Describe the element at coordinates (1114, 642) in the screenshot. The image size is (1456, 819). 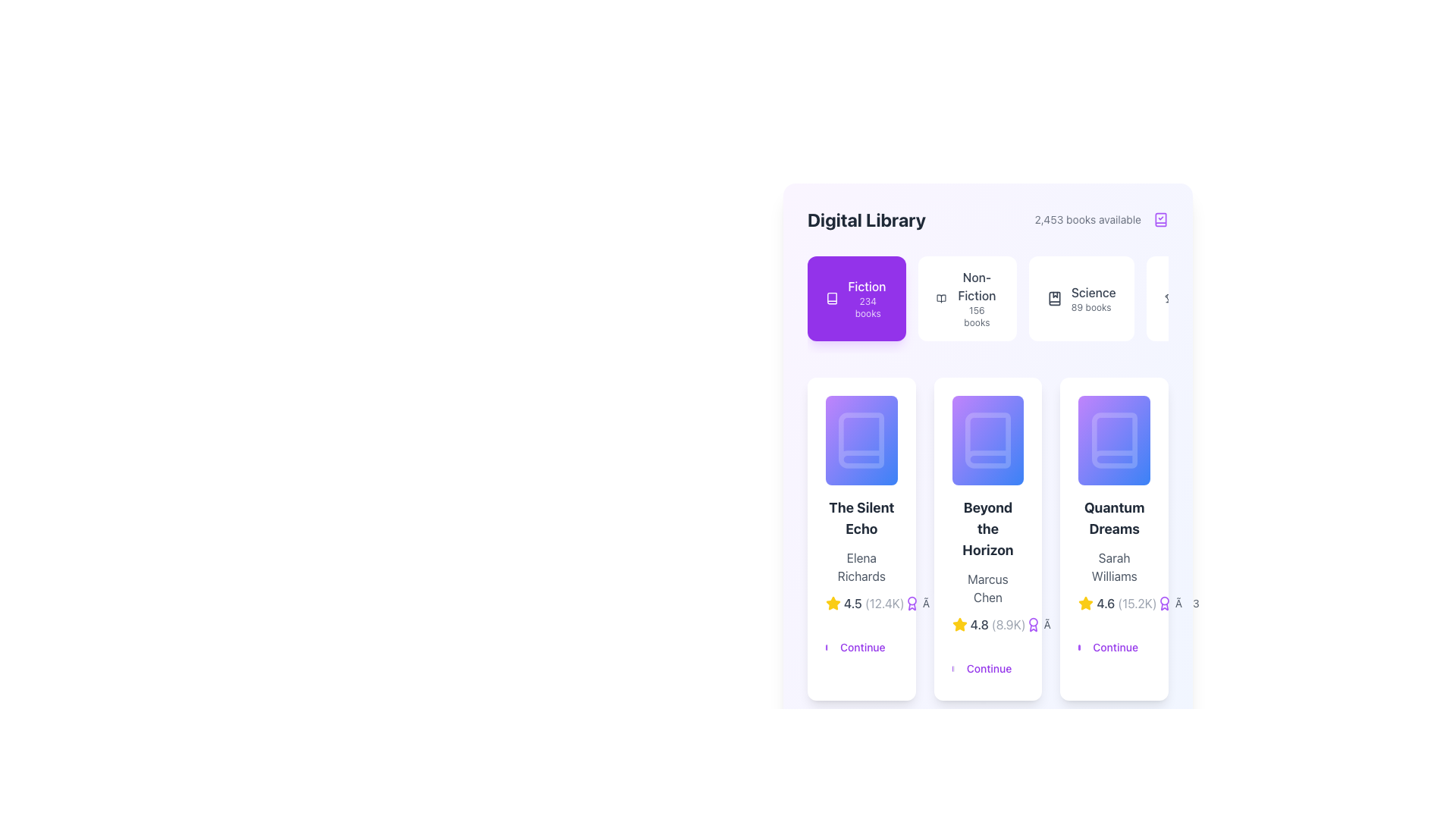
I see `the call-to-action button in the 'Quantum Dreams' section` at that location.